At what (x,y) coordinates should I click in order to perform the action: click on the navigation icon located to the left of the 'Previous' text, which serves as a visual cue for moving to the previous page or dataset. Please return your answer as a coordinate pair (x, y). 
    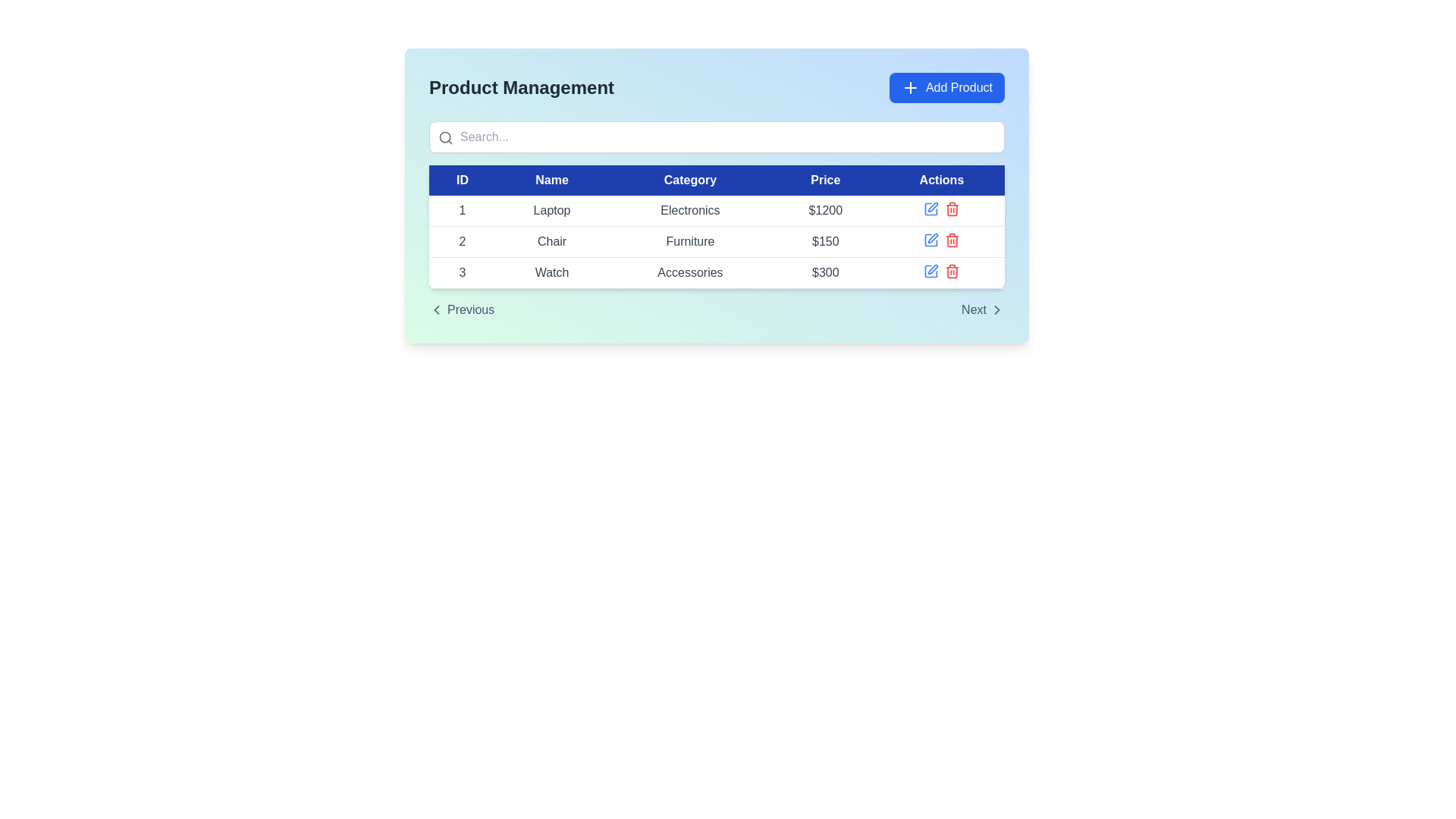
    Looking at the image, I should click on (436, 309).